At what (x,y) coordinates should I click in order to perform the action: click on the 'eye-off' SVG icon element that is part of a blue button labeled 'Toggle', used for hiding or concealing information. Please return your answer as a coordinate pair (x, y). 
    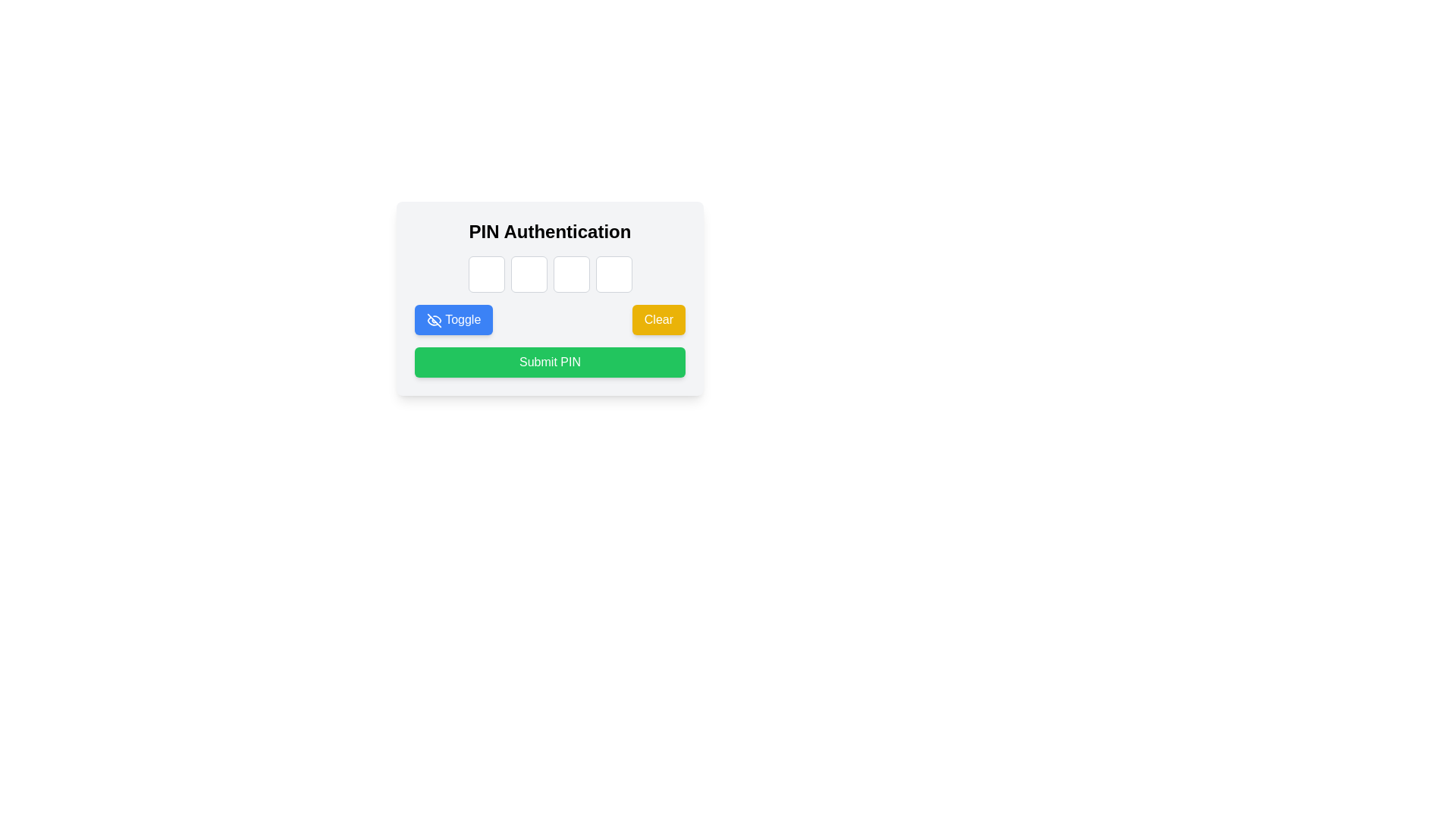
    Looking at the image, I should click on (433, 318).